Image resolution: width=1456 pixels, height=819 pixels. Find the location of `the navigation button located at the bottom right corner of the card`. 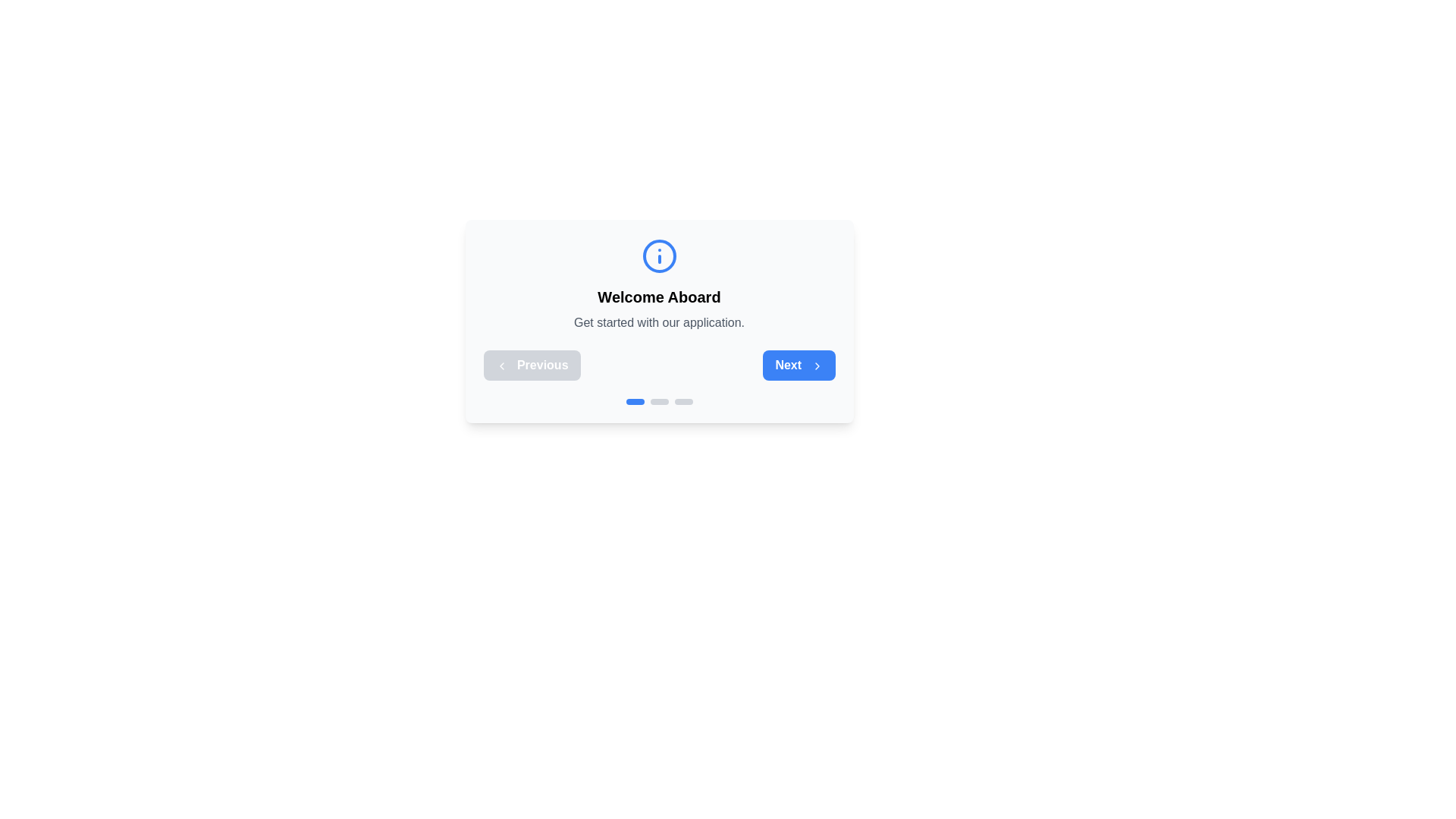

the navigation button located at the bottom right corner of the card is located at coordinates (798, 366).